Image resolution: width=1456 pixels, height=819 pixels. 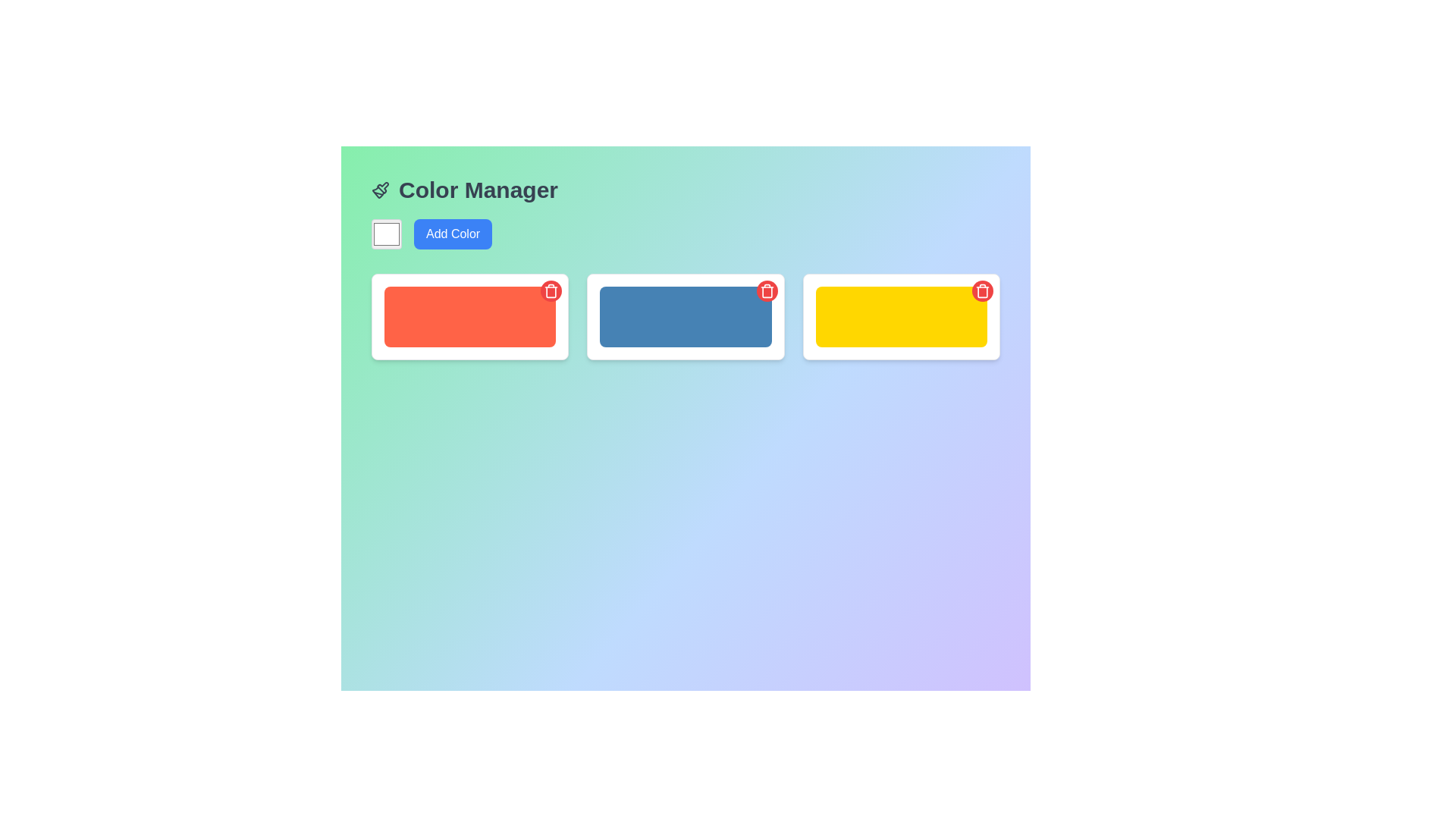 I want to click on the circular red delete button with a white trash can icon located in the upper-right corner of the blue rectangular element, so click(x=767, y=291).